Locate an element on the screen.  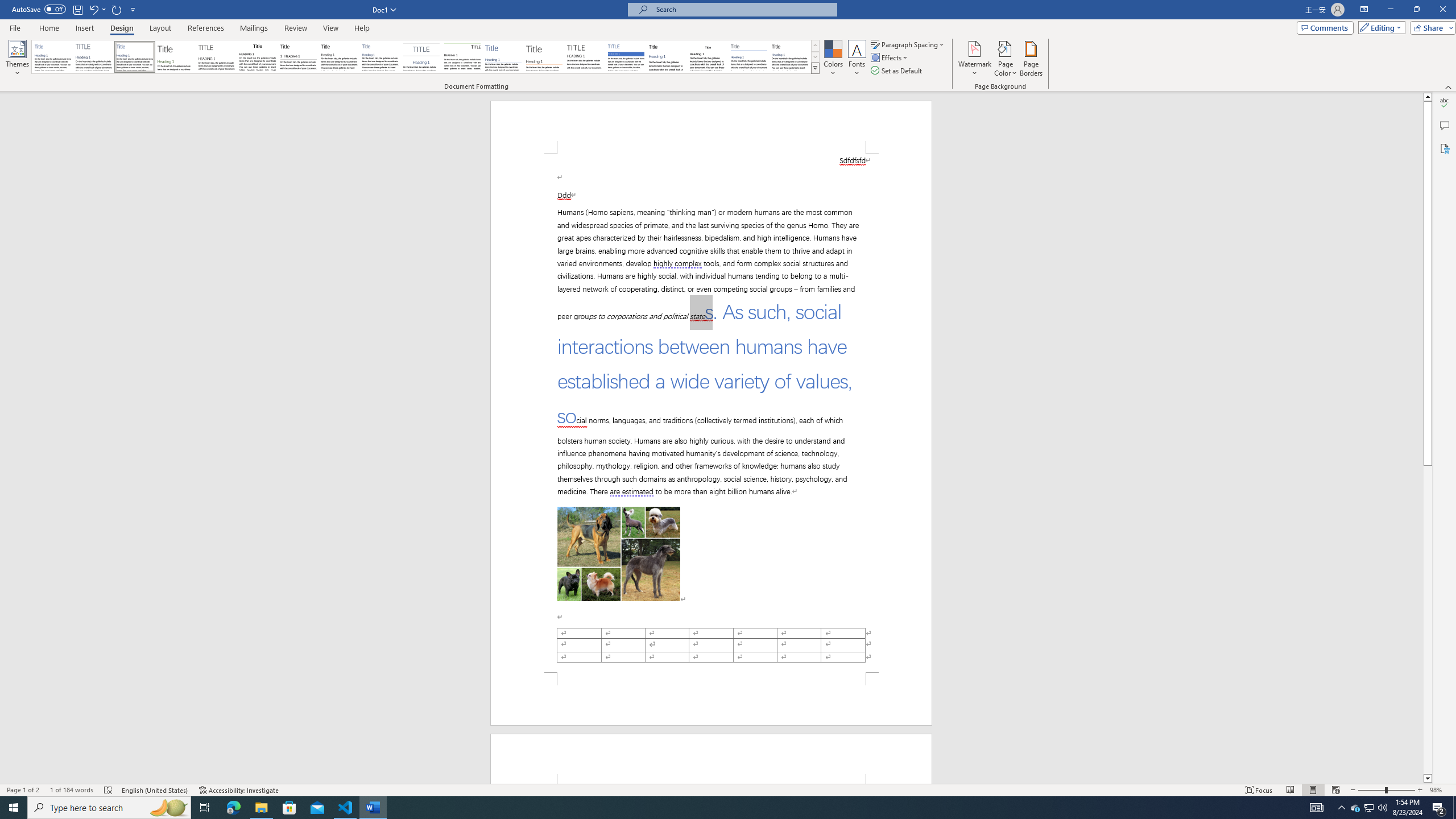
'Editing' is located at coordinates (1379, 27).